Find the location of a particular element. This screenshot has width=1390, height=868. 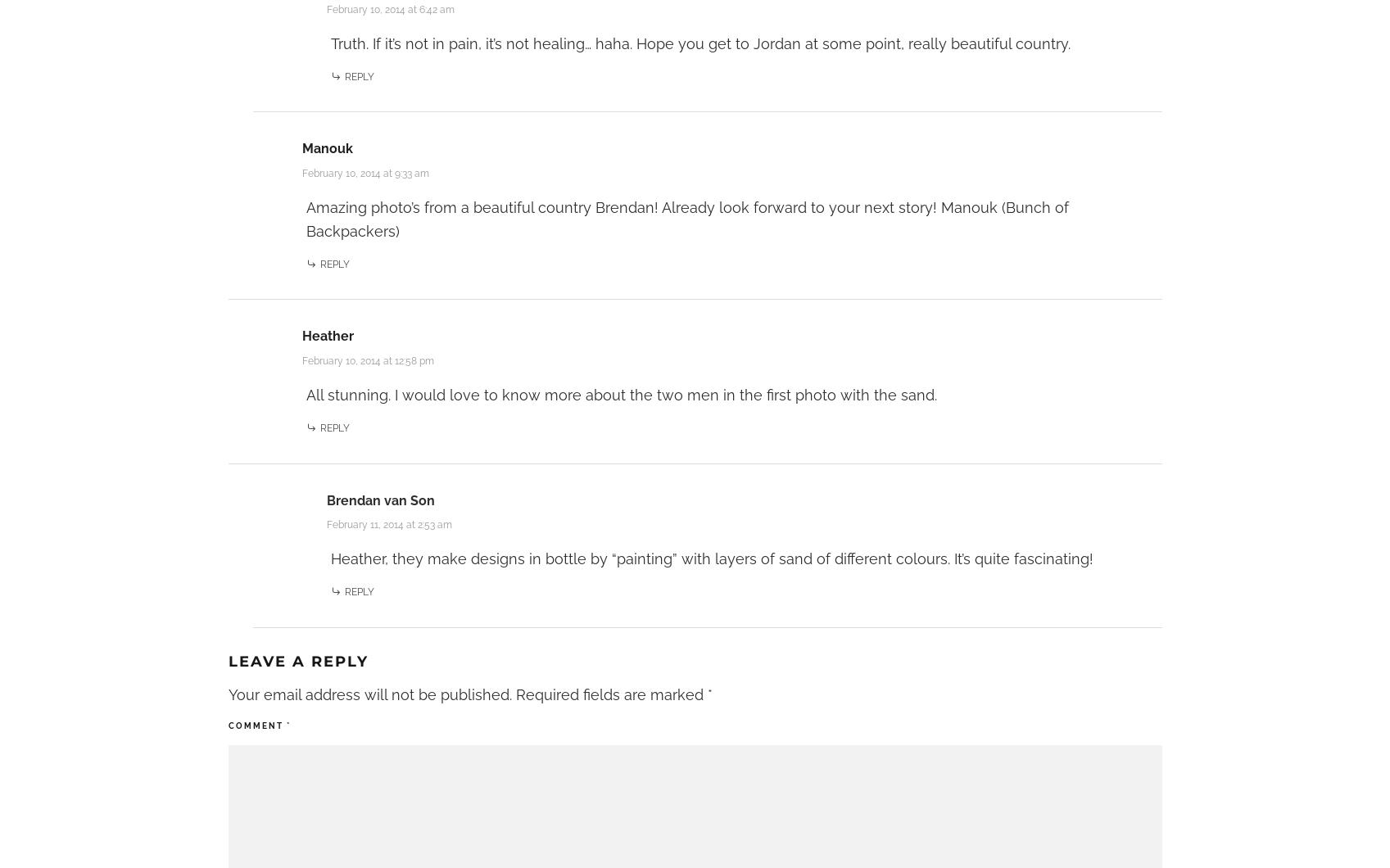

'Required fields are marked' is located at coordinates (610, 694).